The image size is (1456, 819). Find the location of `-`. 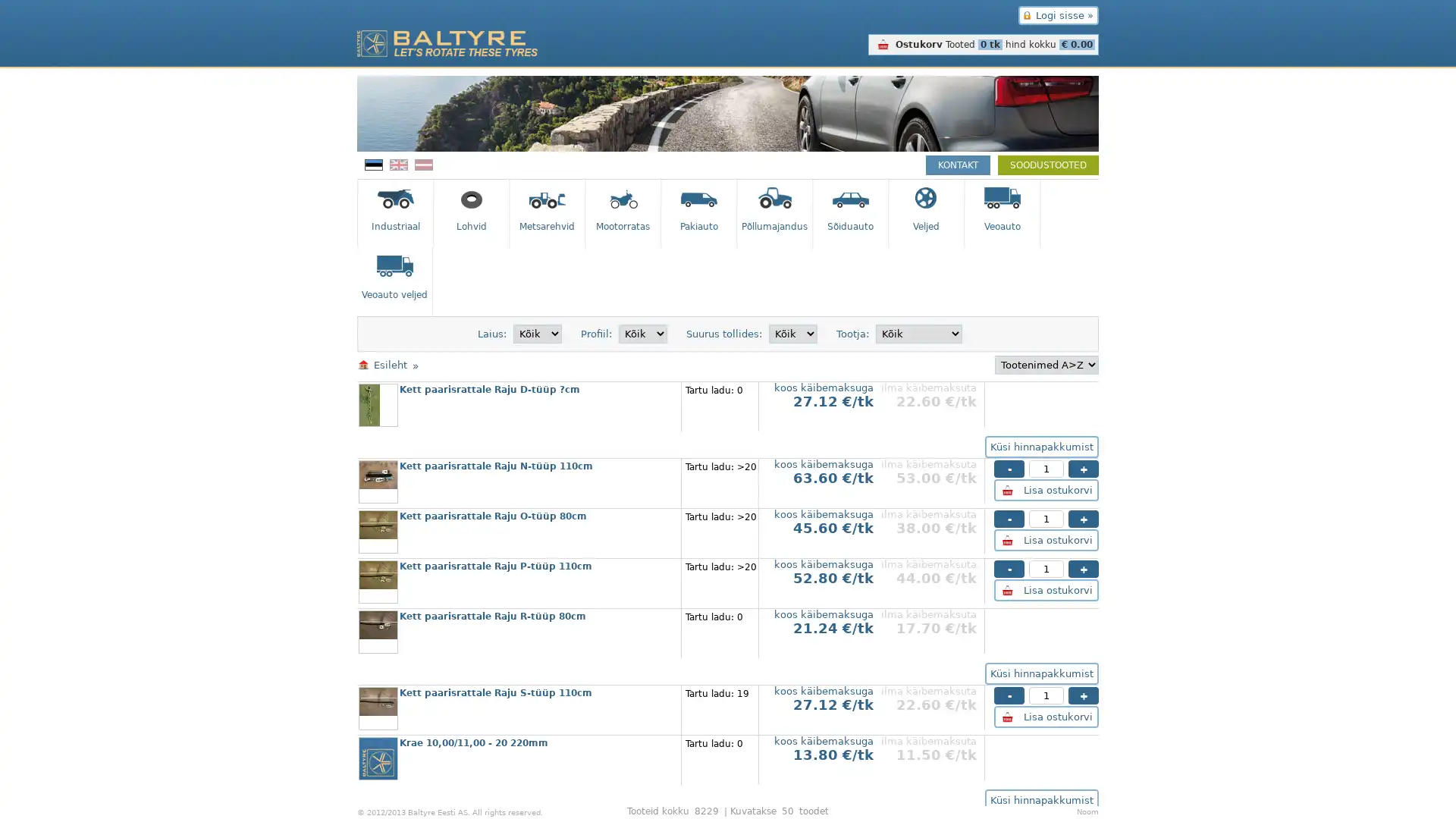

- is located at coordinates (1009, 569).